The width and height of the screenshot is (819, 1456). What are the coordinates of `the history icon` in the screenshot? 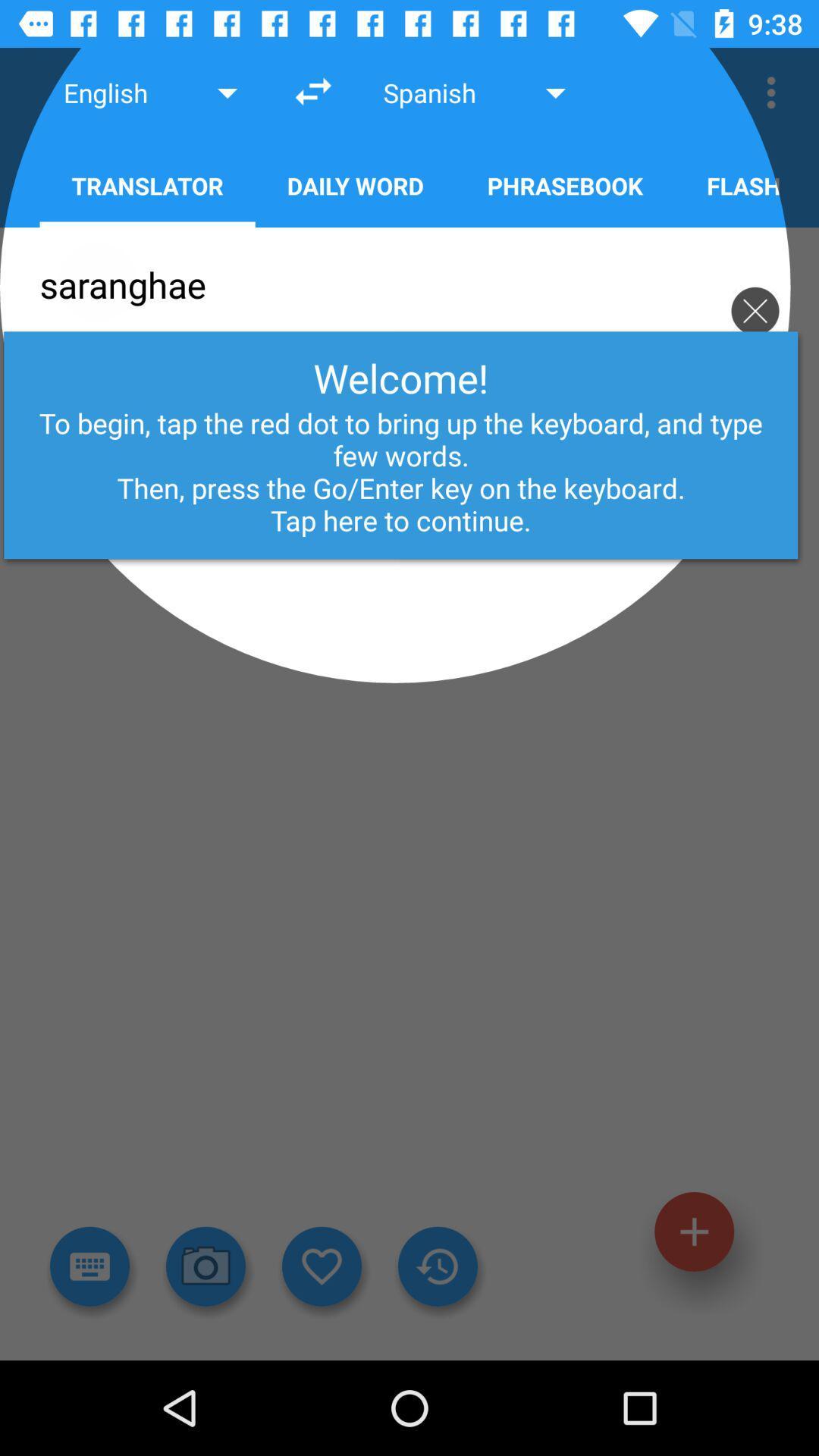 It's located at (438, 1266).